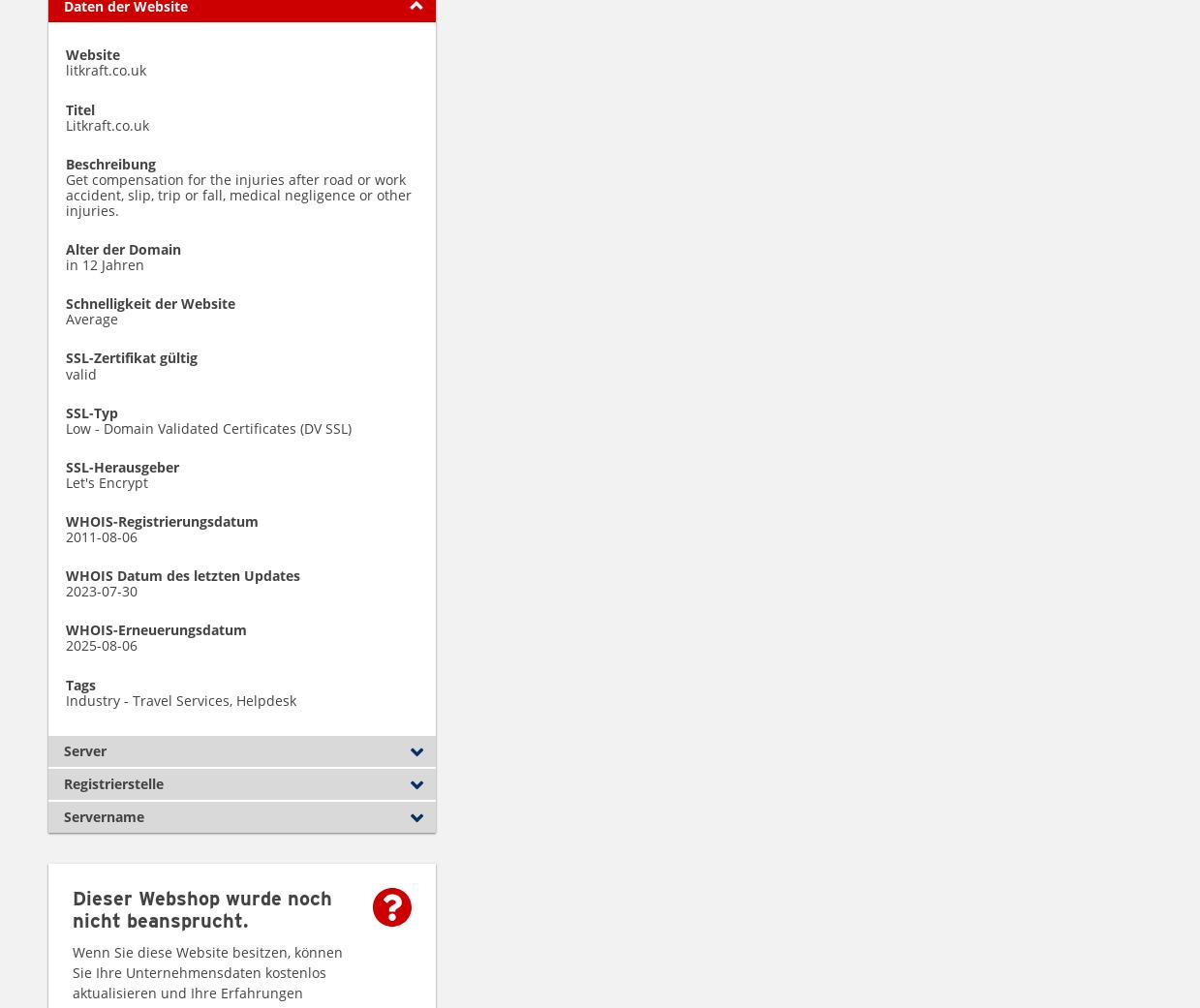  I want to click on '2011-08-06', so click(101, 536).